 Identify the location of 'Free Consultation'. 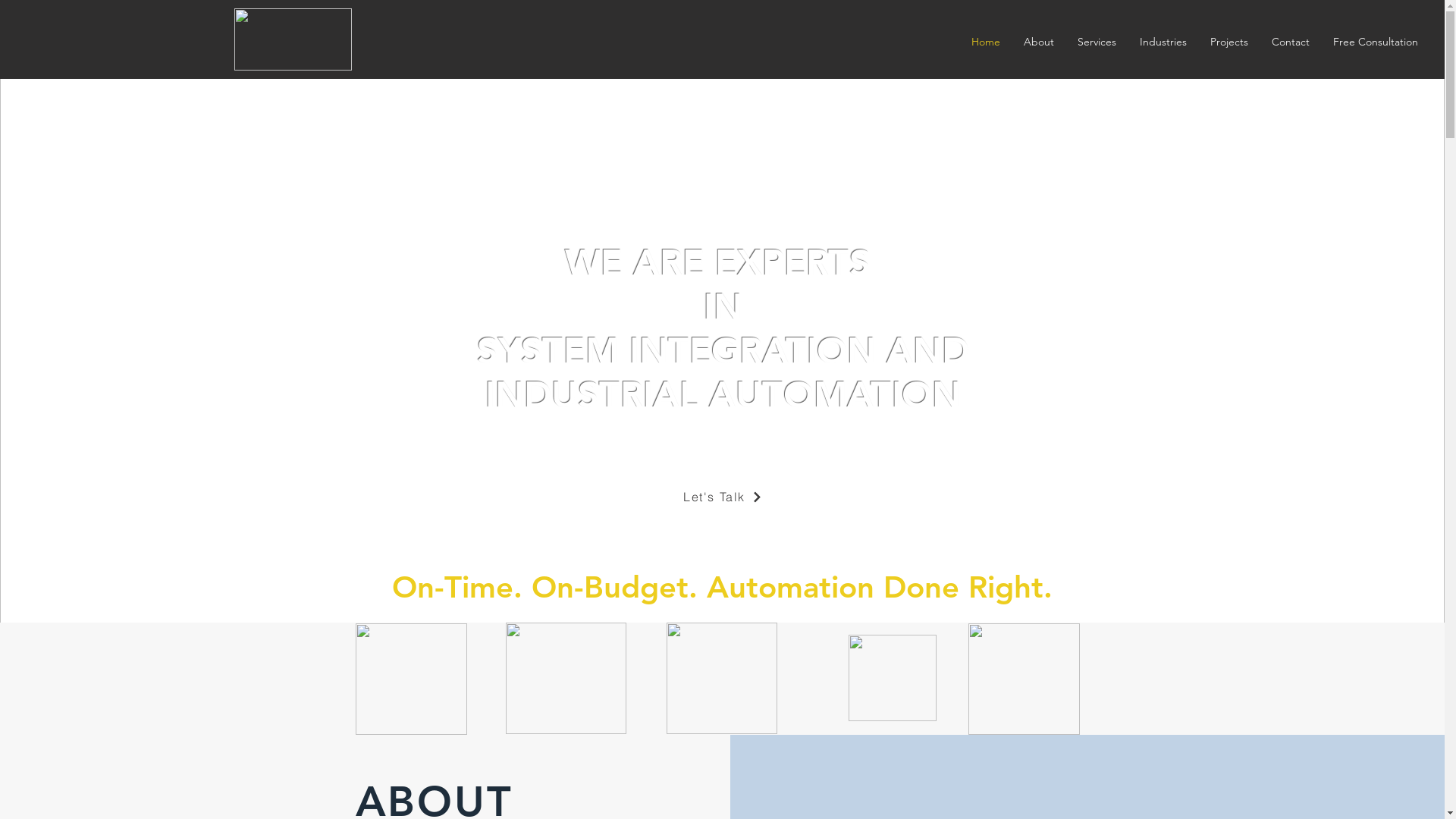
(1320, 41).